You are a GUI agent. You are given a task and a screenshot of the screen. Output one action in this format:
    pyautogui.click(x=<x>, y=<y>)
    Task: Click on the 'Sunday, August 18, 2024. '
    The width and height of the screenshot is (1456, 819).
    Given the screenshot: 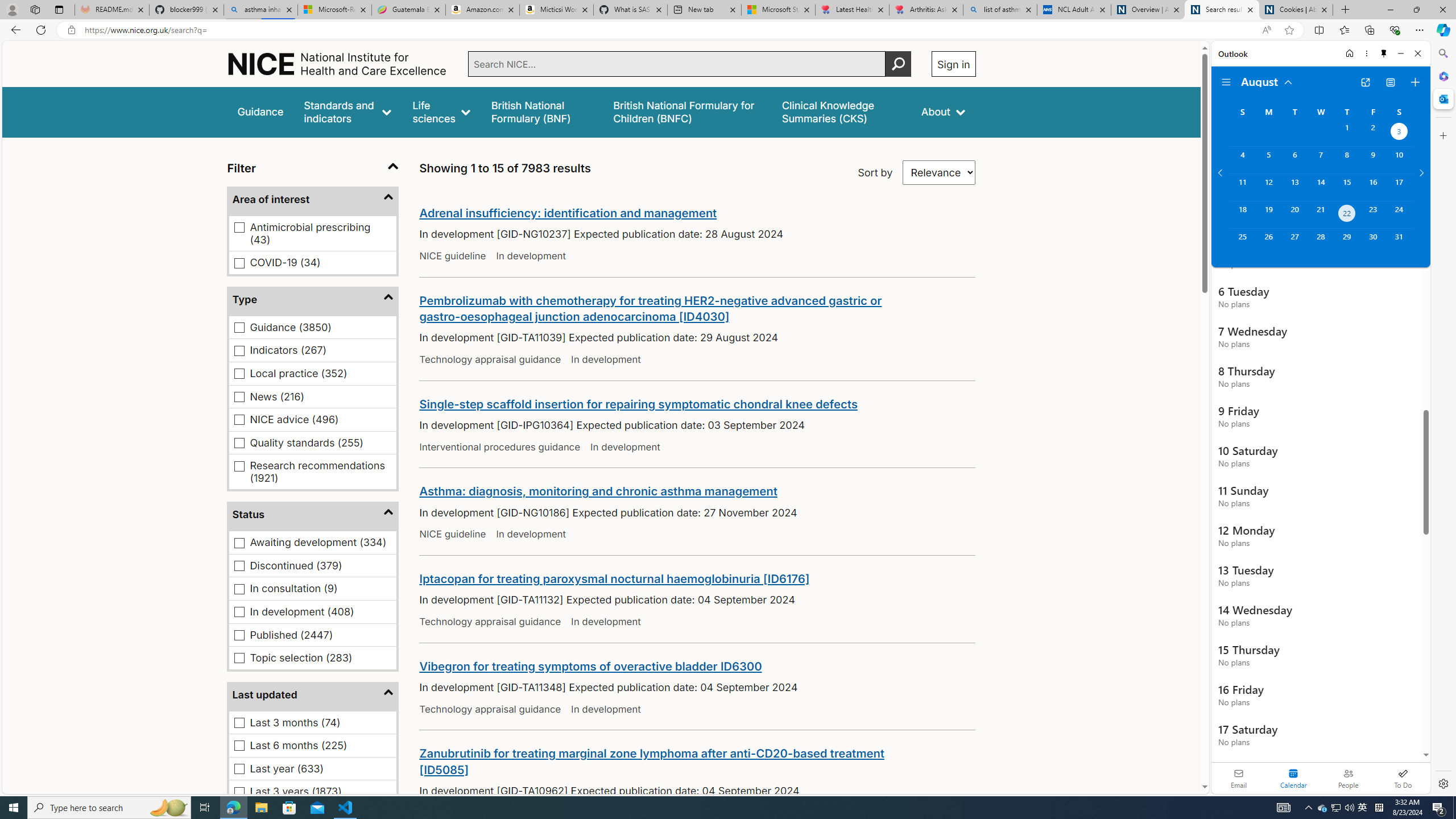 What is the action you would take?
    pyautogui.click(x=1242, y=214)
    